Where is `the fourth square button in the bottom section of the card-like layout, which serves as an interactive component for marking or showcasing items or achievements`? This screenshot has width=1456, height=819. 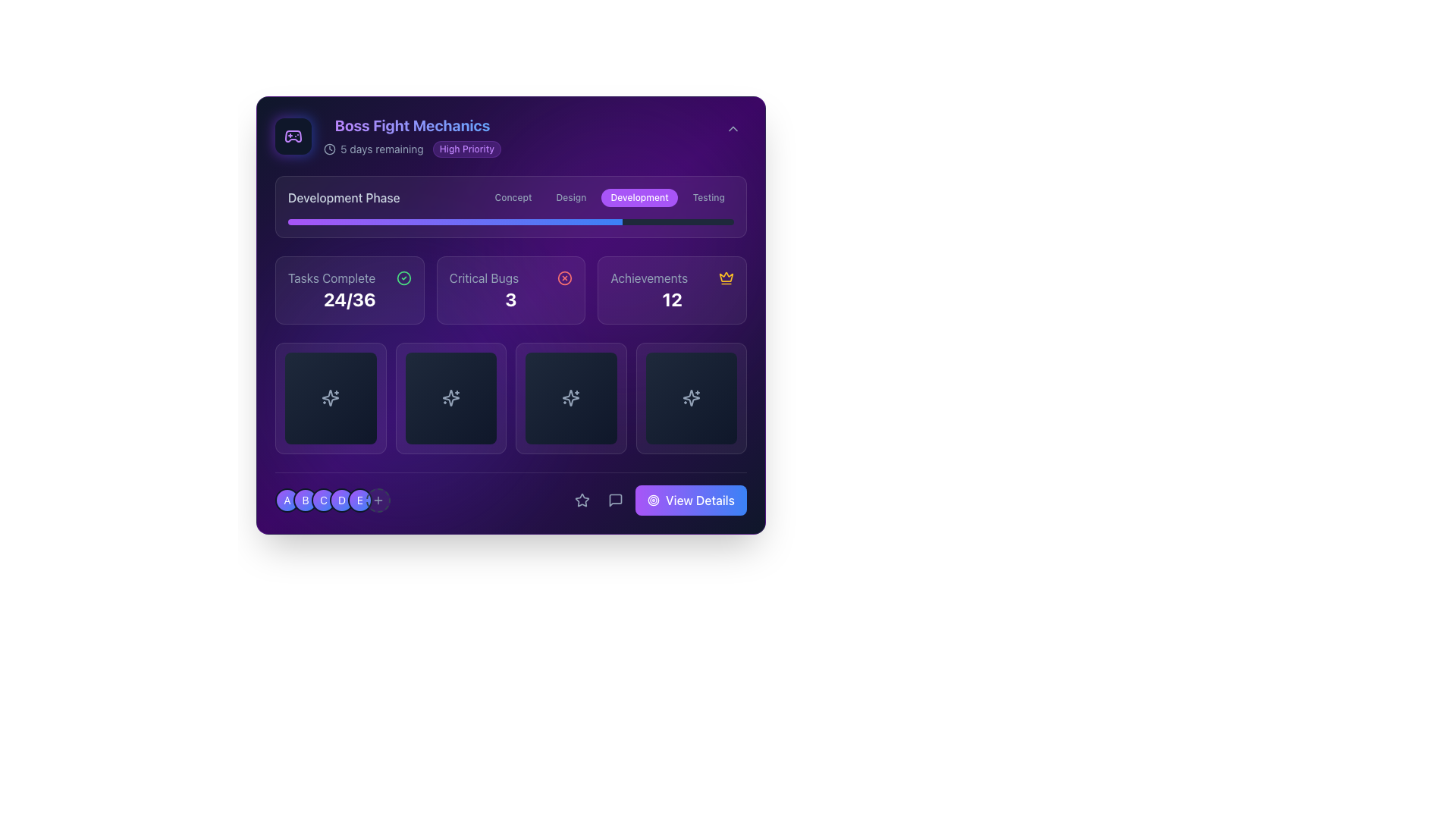 the fourth square button in the bottom section of the card-like layout, which serves as an interactive component for marking or showcasing items or achievements is located at coordinates (690, 397).